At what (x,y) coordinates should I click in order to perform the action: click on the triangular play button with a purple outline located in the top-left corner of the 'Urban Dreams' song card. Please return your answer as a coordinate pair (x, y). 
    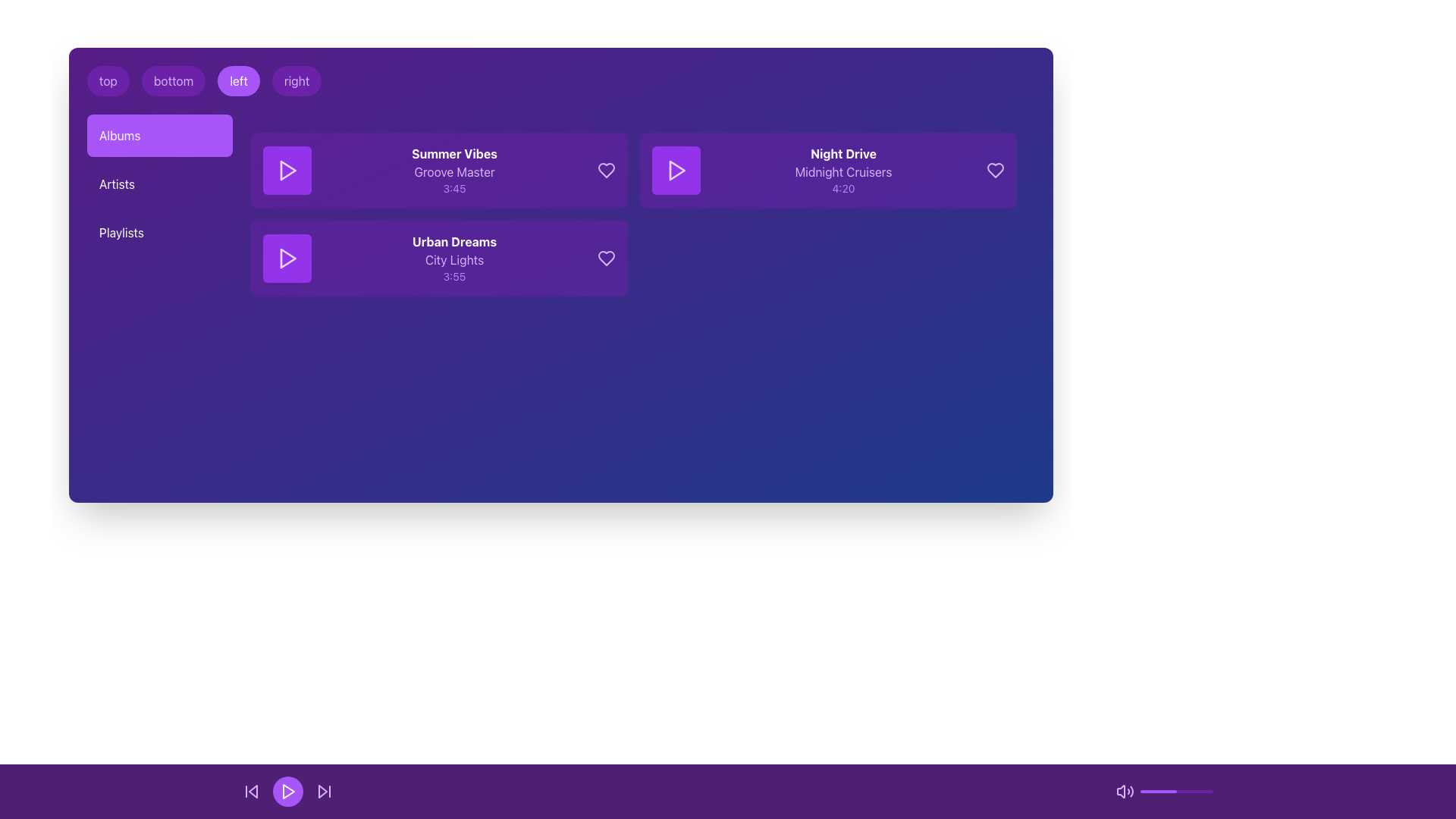
    Looking at the image, I should click on (287, 257).